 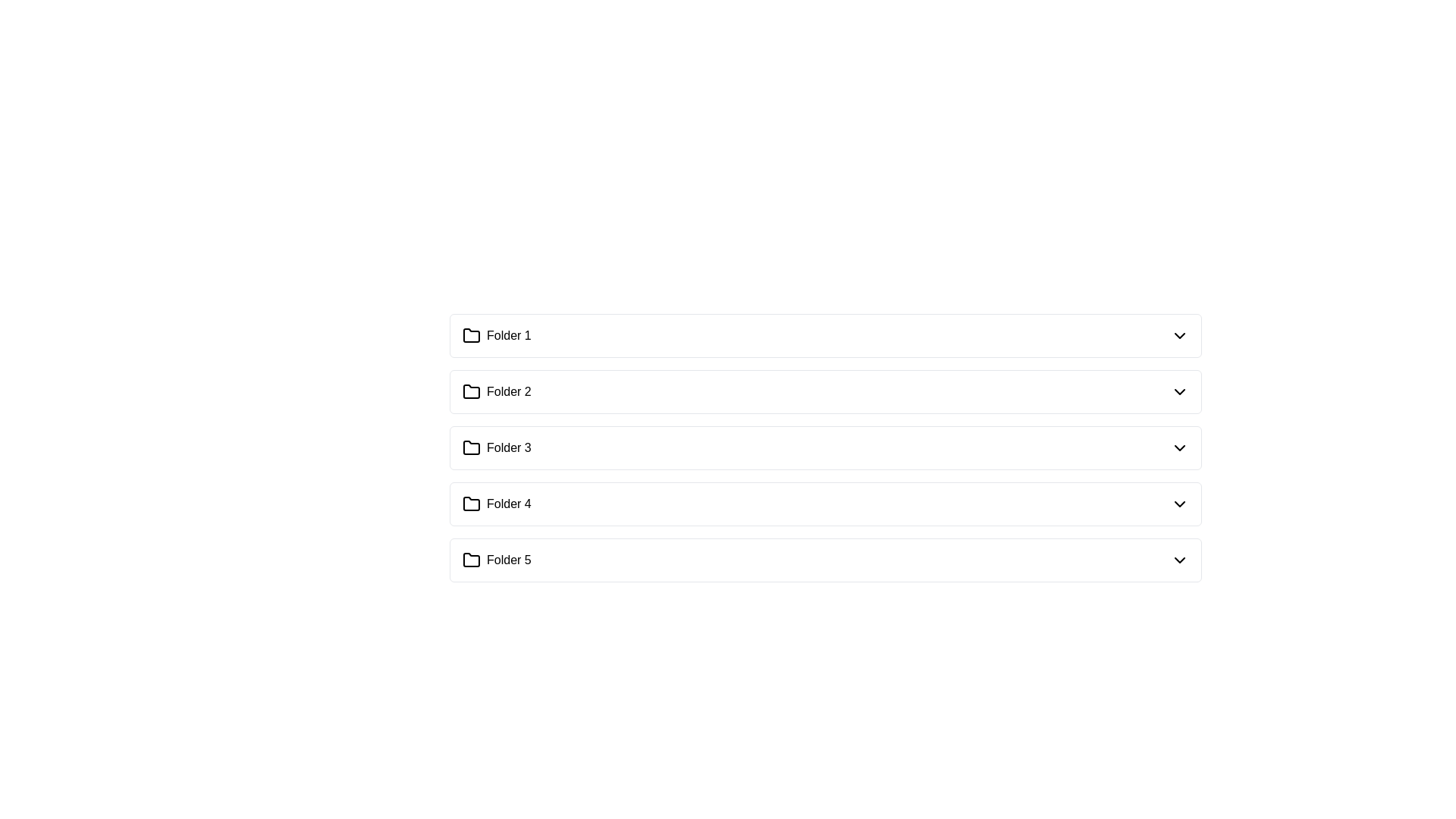 What do you see at coordinates (1178, 504) in the screenshot?
I see `the downward-facing chevron icon located to the far right of the row labeled 'Folder 4'` at bounding box center [1178, 504].